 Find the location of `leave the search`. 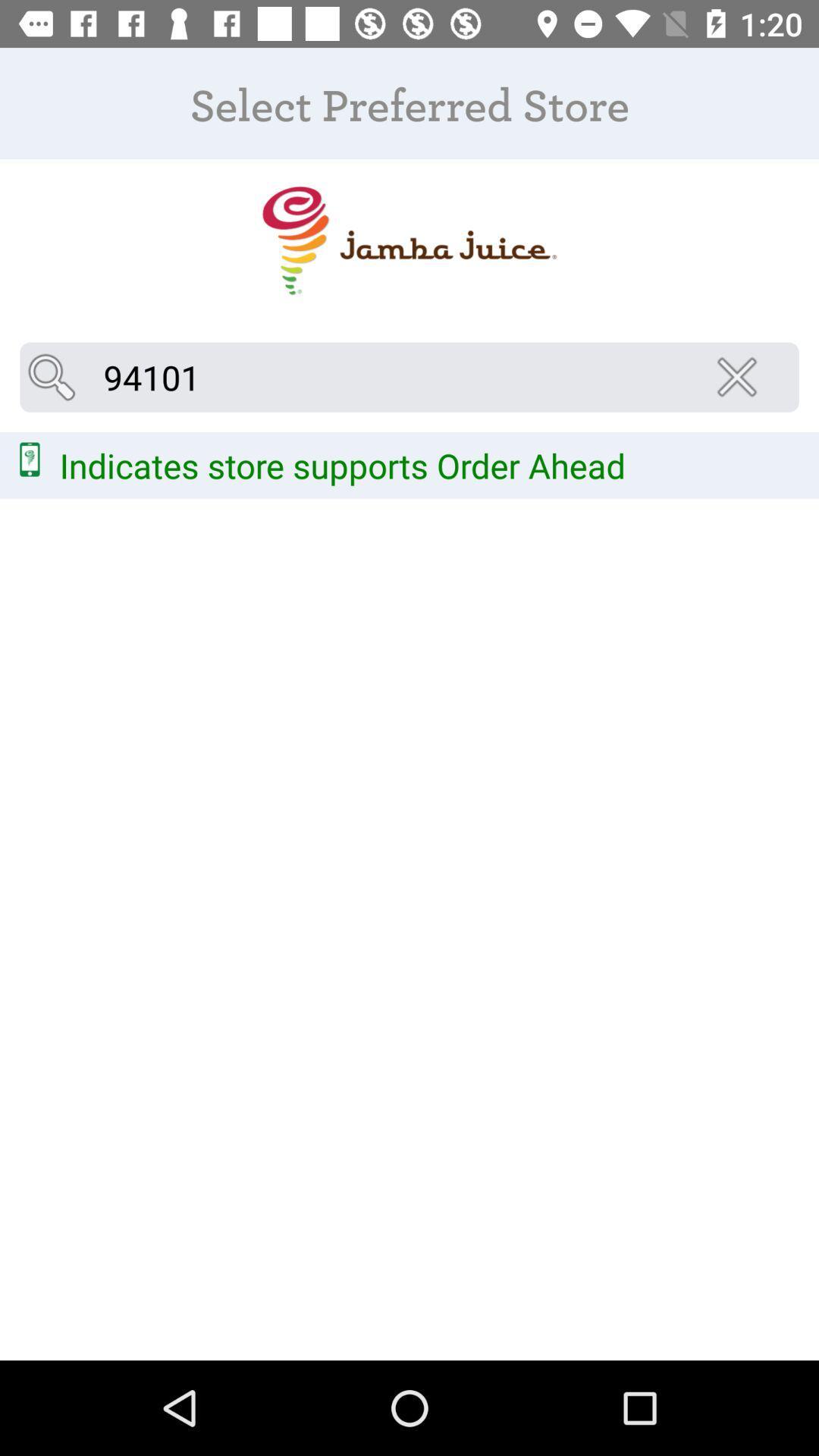

leave the search is located at coordinates (741, 377).